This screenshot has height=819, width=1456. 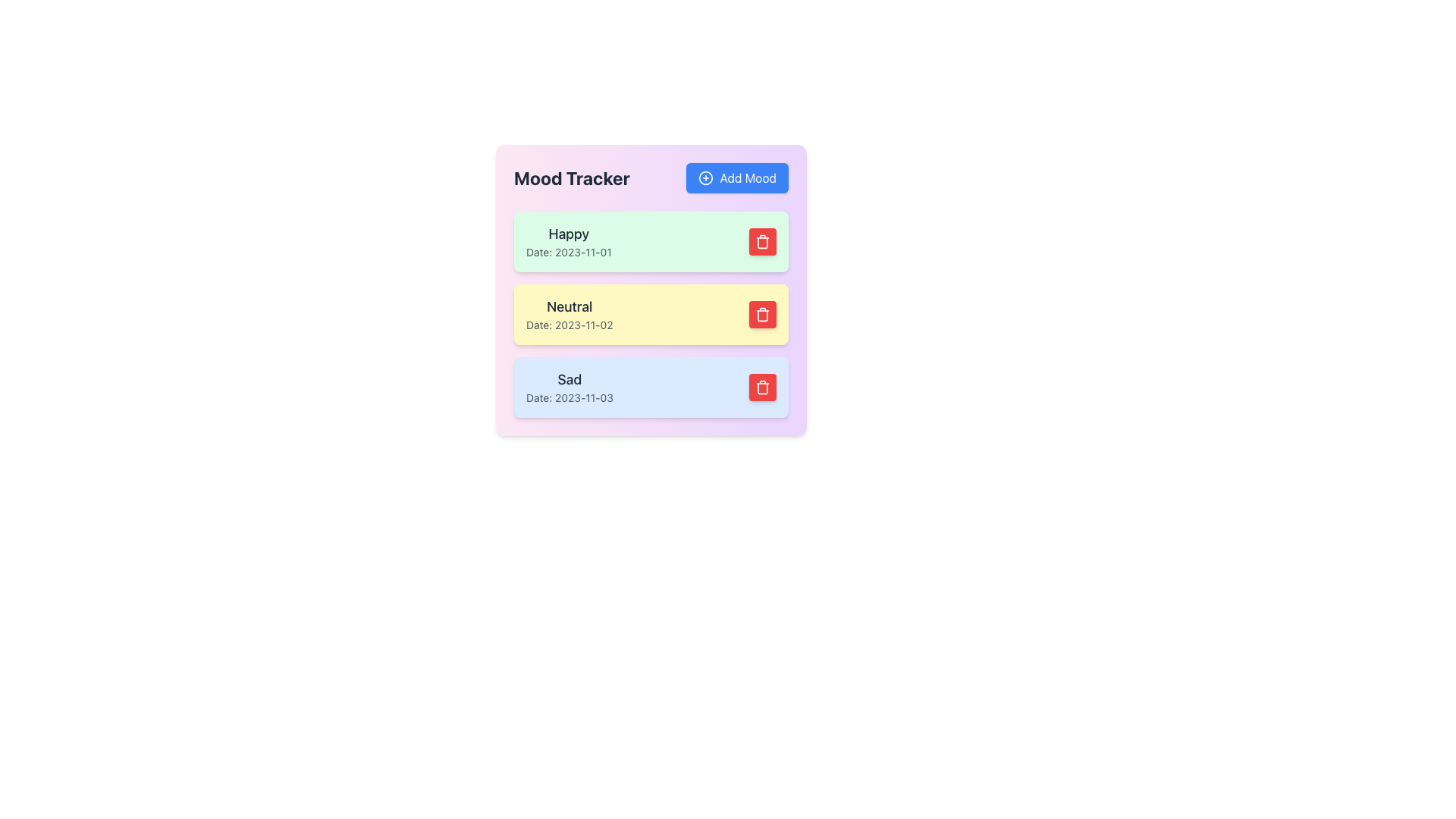 I want to click on the text label displaying the date '2023-11-01', which is styled in gray font and located beneath the word 'Happy' in the first entry of a list-like grouping, so click(x=568, y=251).